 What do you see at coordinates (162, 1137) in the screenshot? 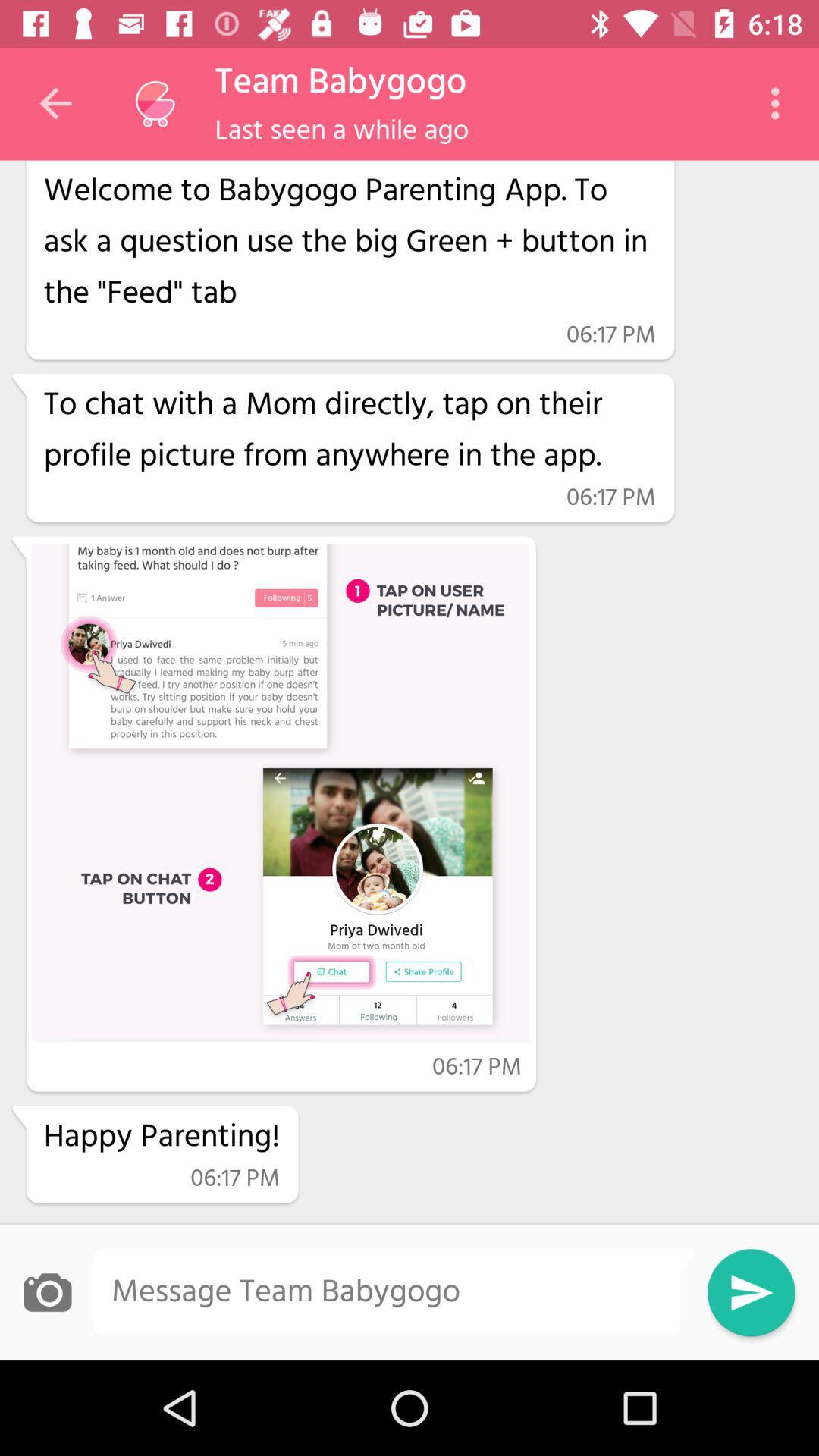
I see `item above the 06:17 pm icon` at bounding box center [162, 1137].